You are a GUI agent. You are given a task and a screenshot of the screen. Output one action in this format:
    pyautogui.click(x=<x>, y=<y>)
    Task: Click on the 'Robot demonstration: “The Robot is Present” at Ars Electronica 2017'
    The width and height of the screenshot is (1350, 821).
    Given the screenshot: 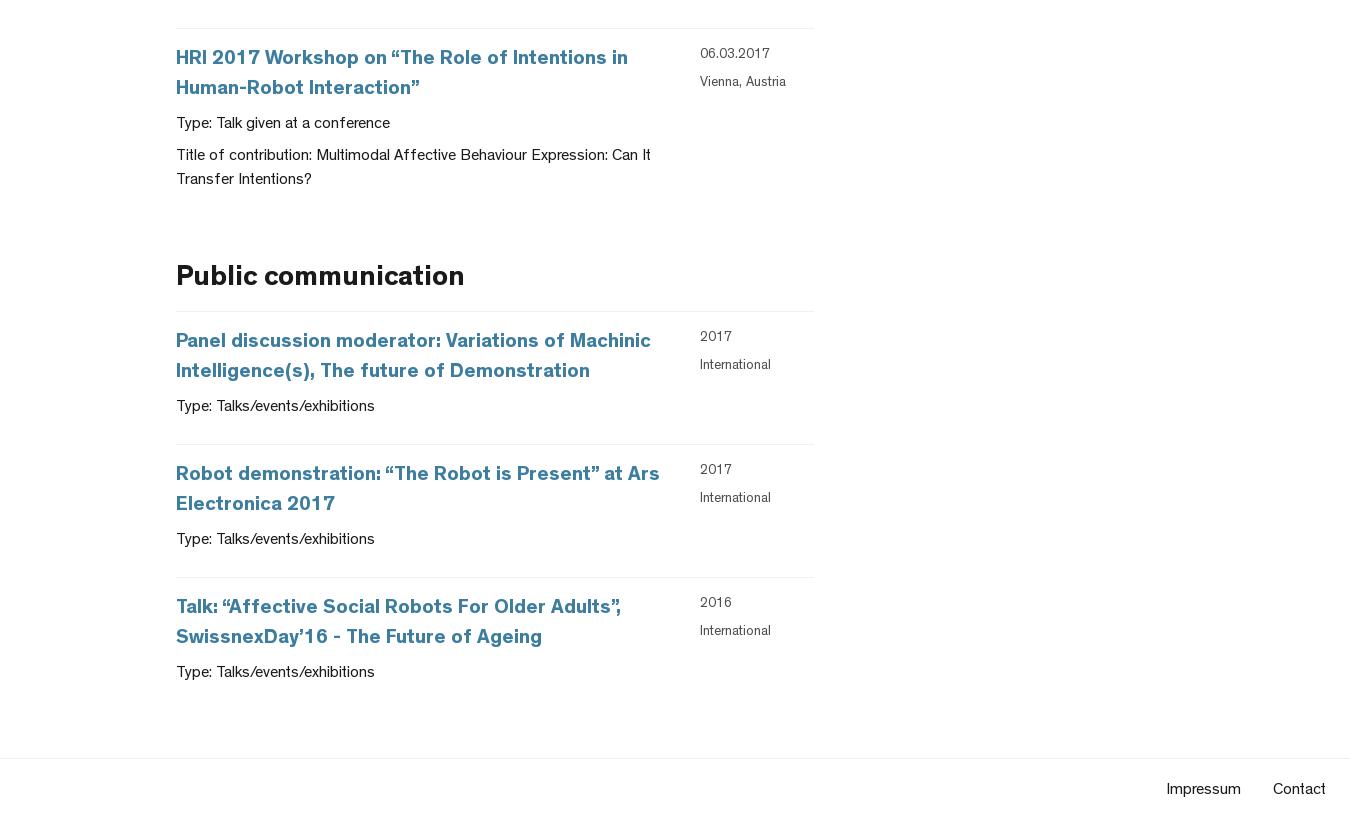 What is the action you would take?
    pyautogui.click(x=417, y=490)
    